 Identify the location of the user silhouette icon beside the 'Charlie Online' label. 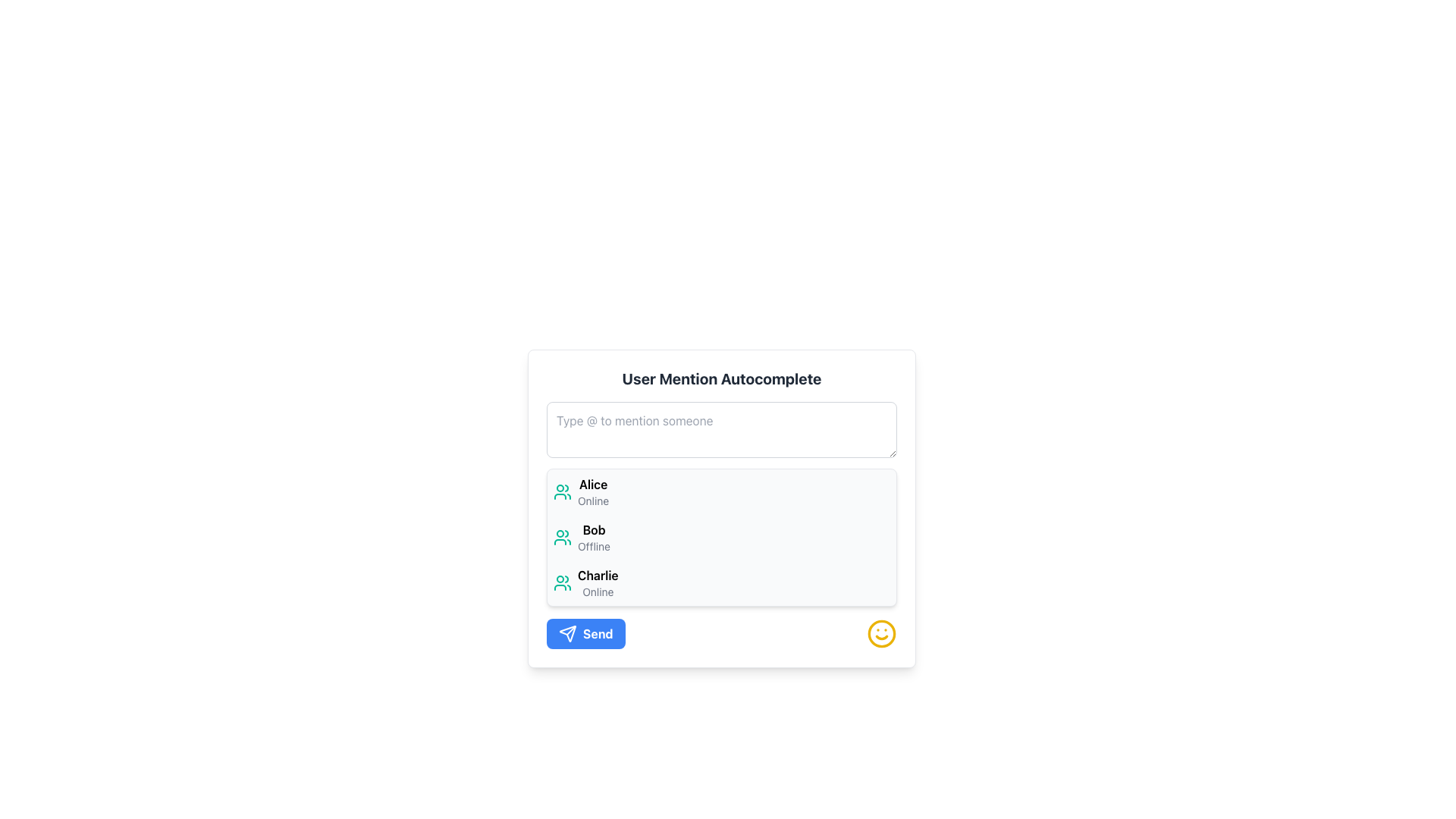
(562, 582).